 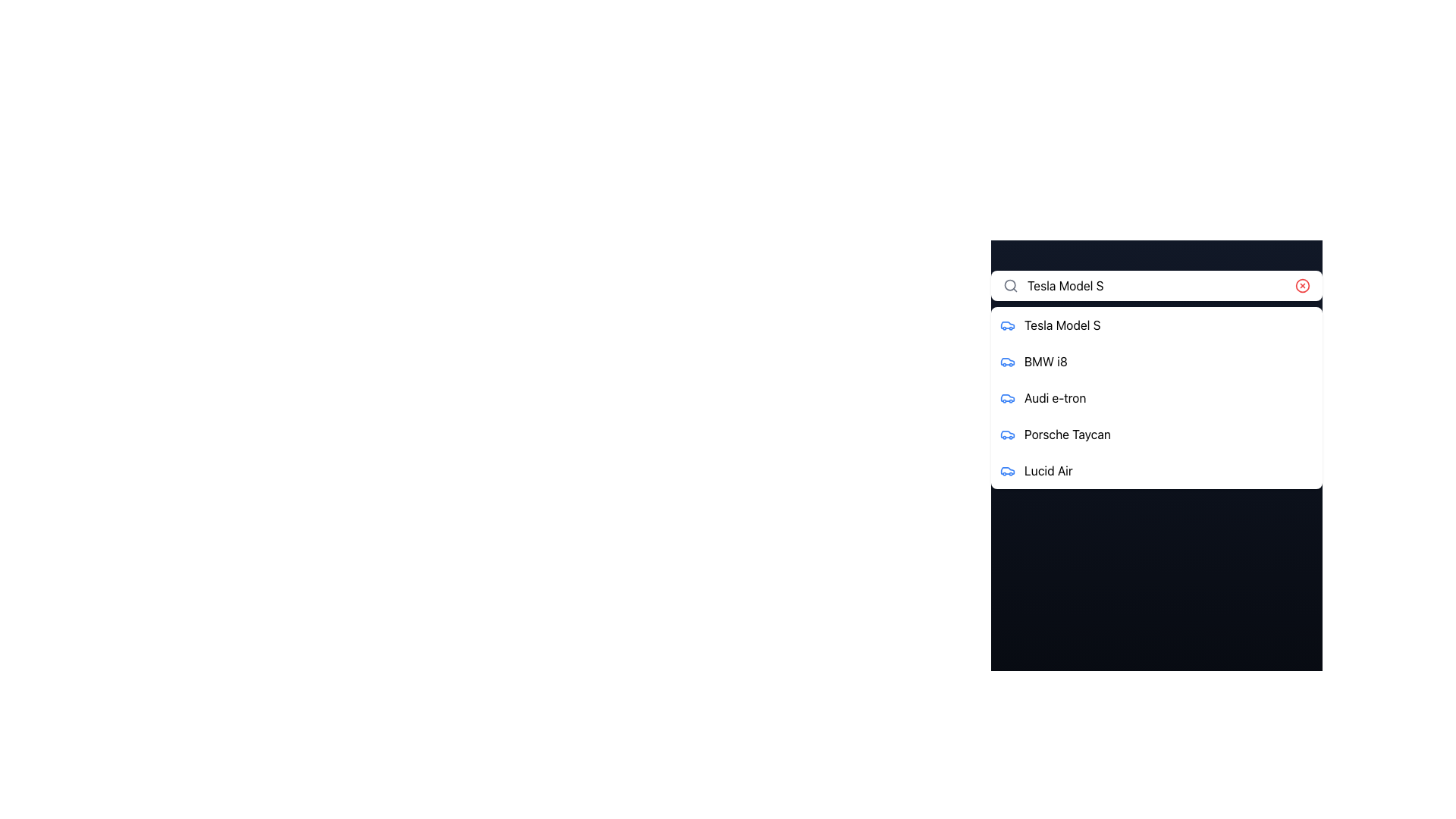 What do you see at coordinates (1302, 286) in the screenshot?
I see `the clear button, which is an SVG-based circular icon located in the top right corner of the input field` at bounding box center [1302, 286].